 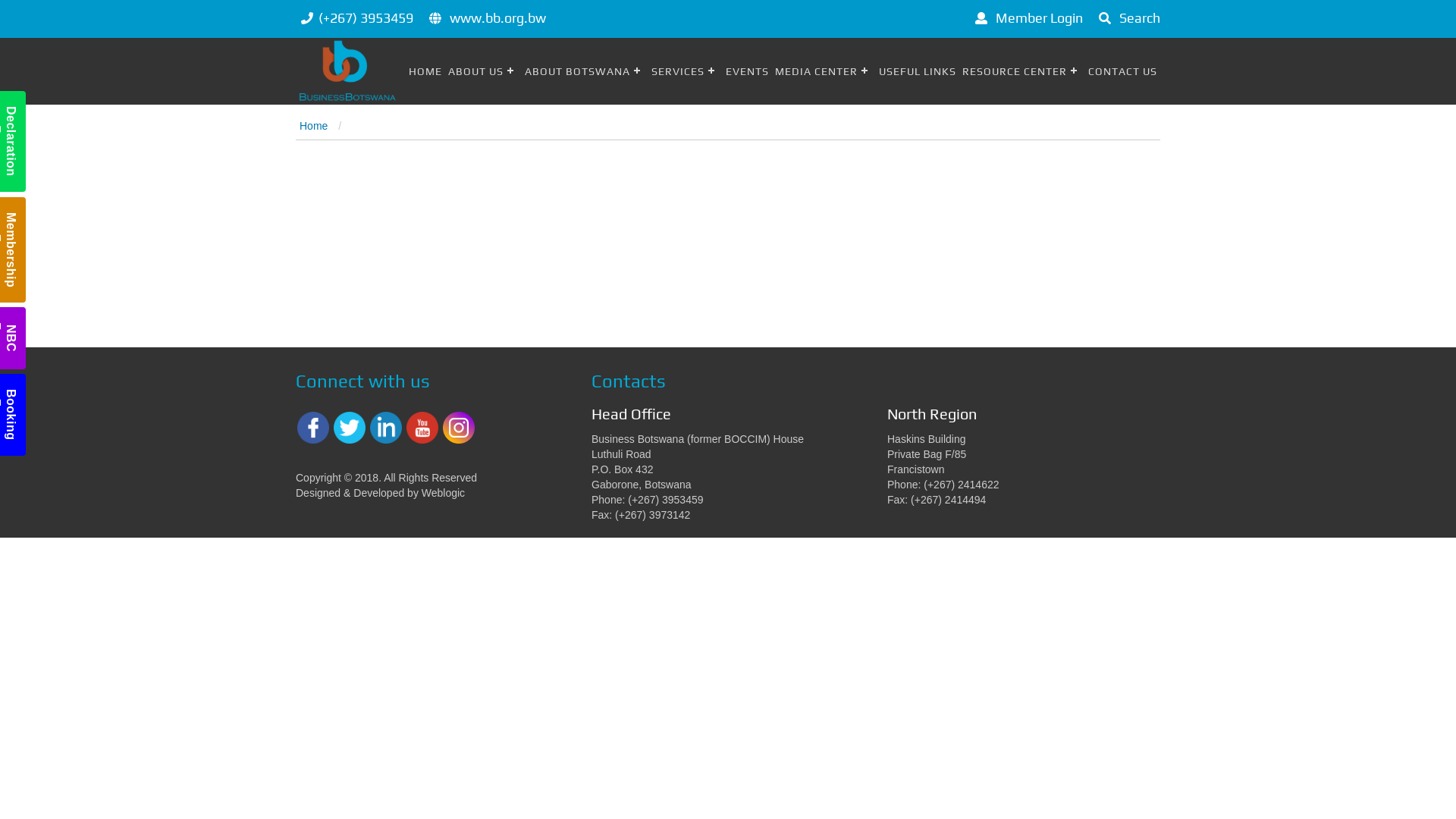 I want to click on 'ABOUT US', so click(x=482, y=71).